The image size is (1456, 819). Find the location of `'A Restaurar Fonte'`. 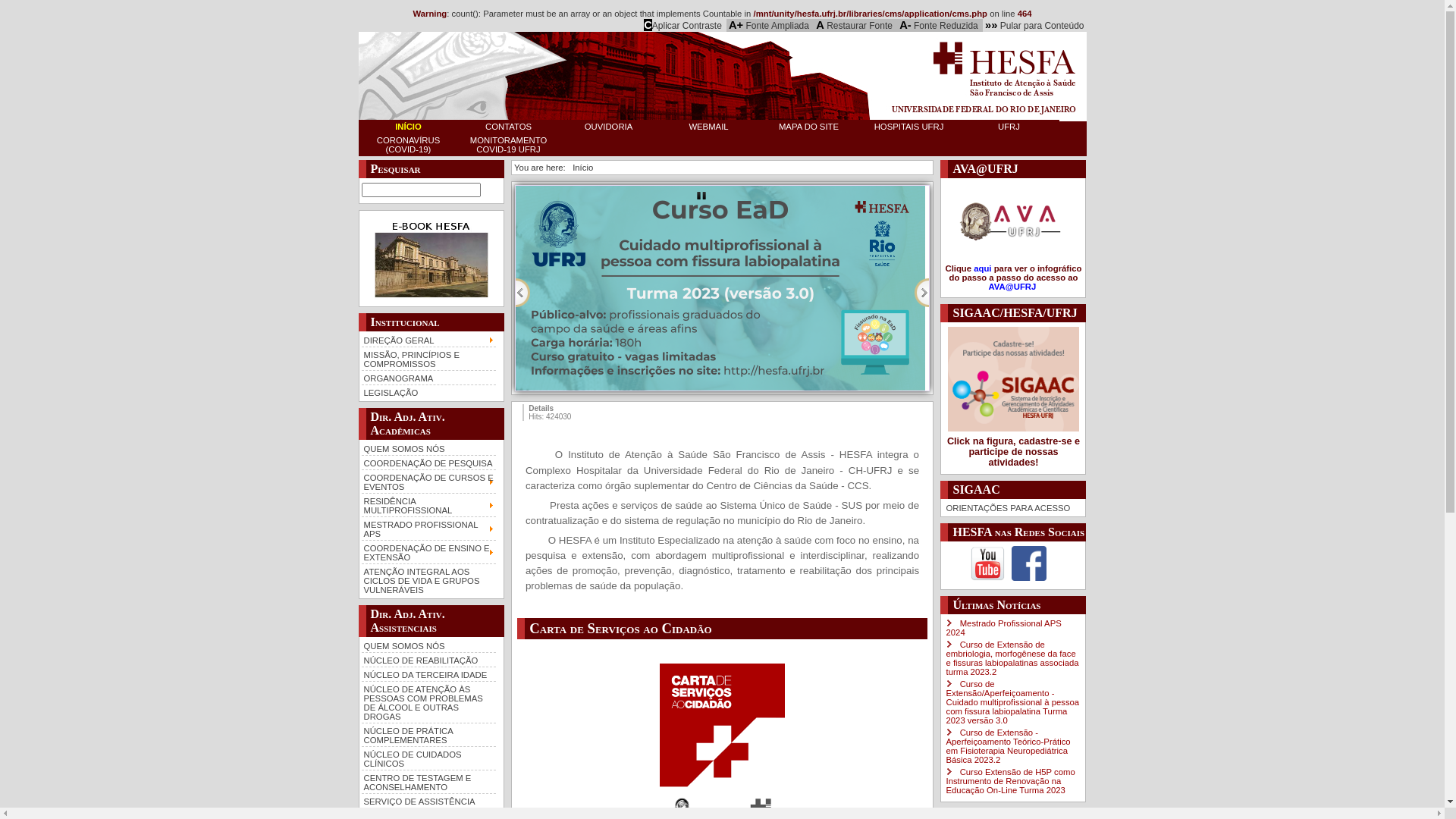

'A Restaurar Fonte' is located at coordinates (854, 25).